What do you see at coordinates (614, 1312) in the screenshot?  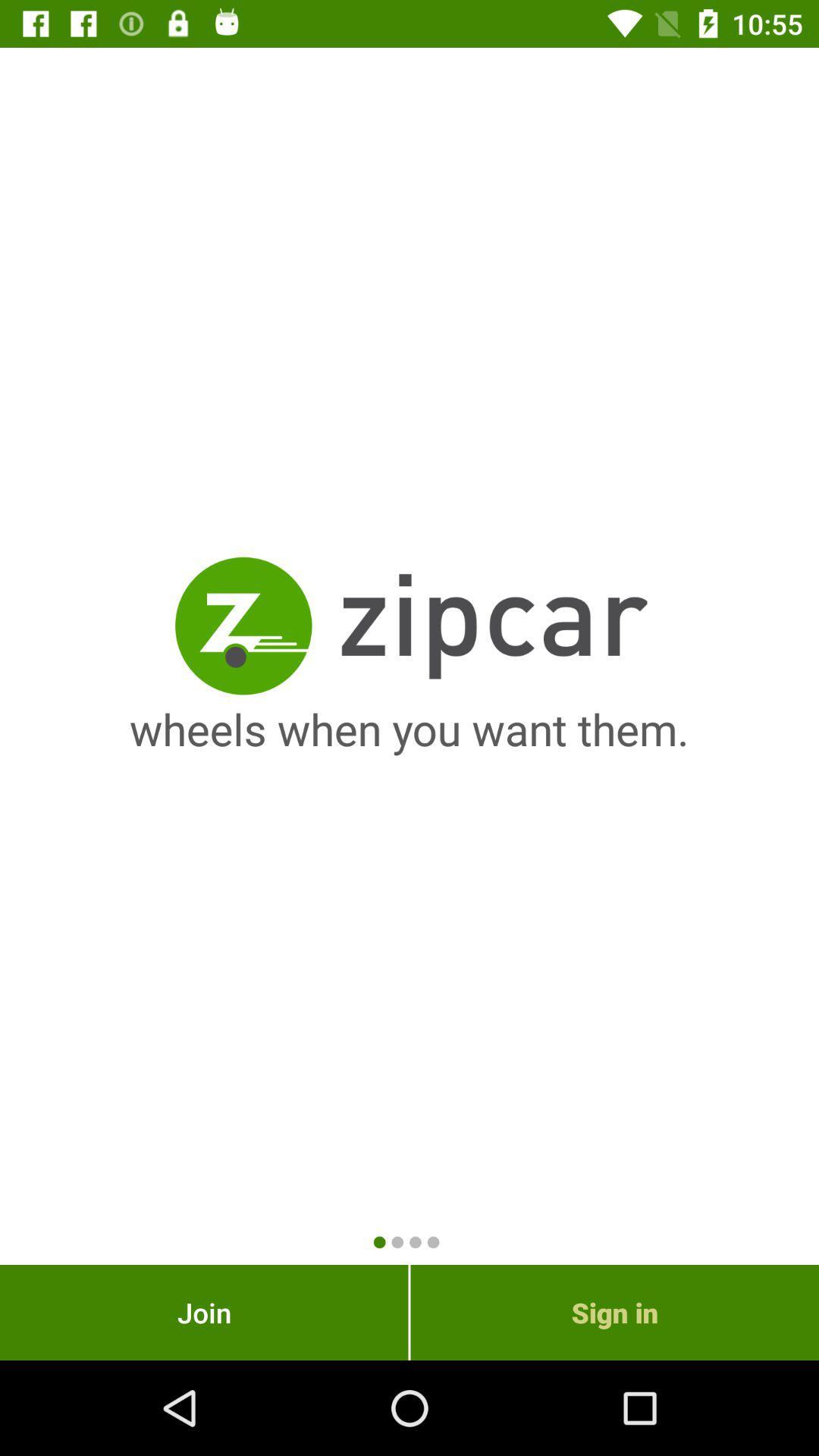 I see `item next to the join` at bounding box center [614, 1312].